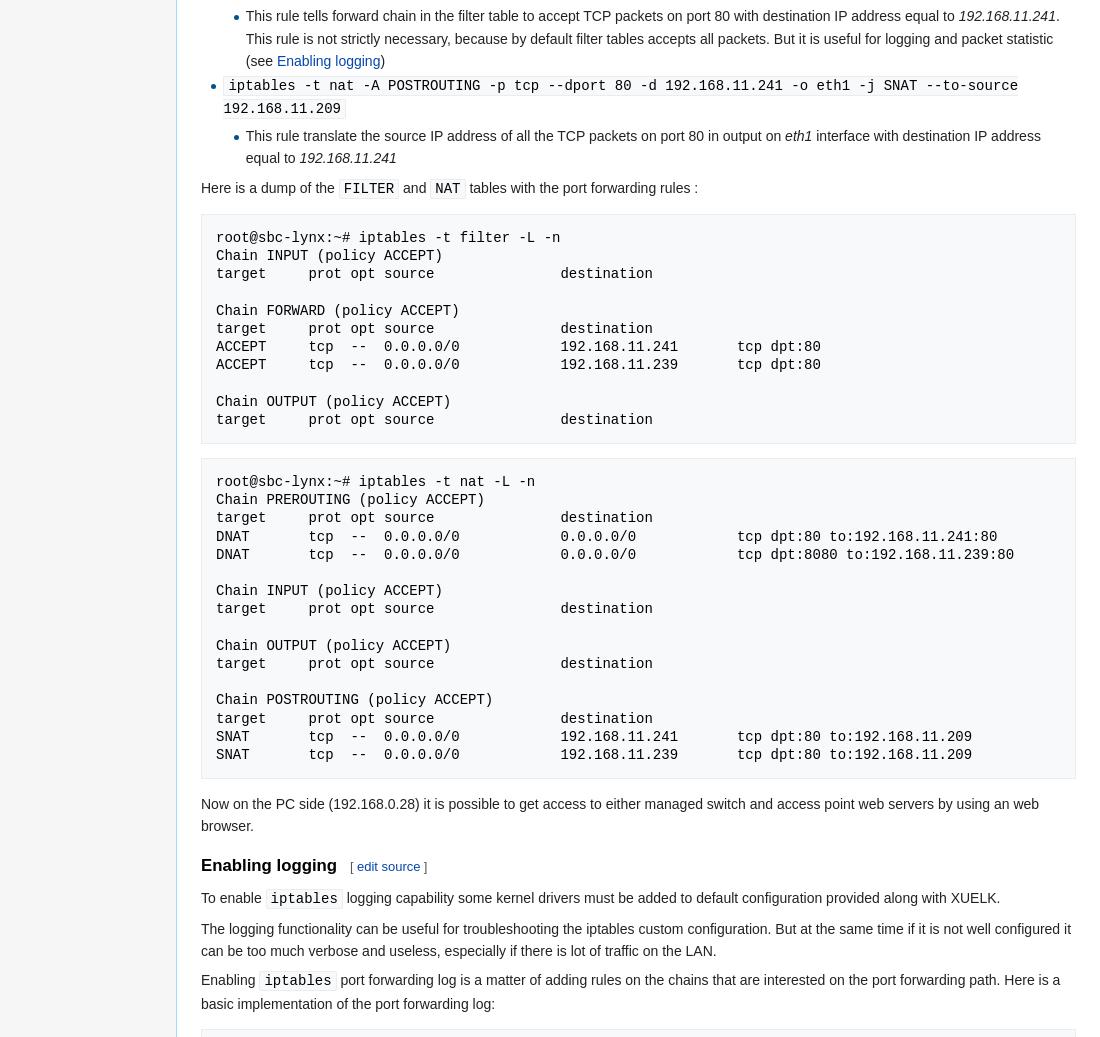 The width and height of the screenshot is (1100, 1037). What do you see at coordinates (600, 14) in the screenshot?
I see `'This rule tells forward chain in the filter table to accept TCP packets on port 80 with destination IP address equal to'` at bounding box center [600, 14].